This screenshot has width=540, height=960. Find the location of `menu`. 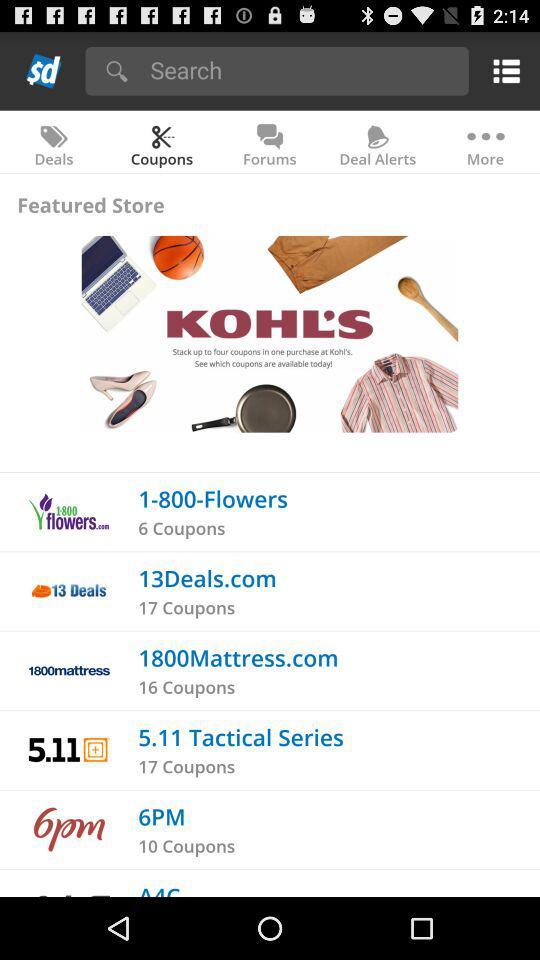

menu is located at coordinates (502, 70).